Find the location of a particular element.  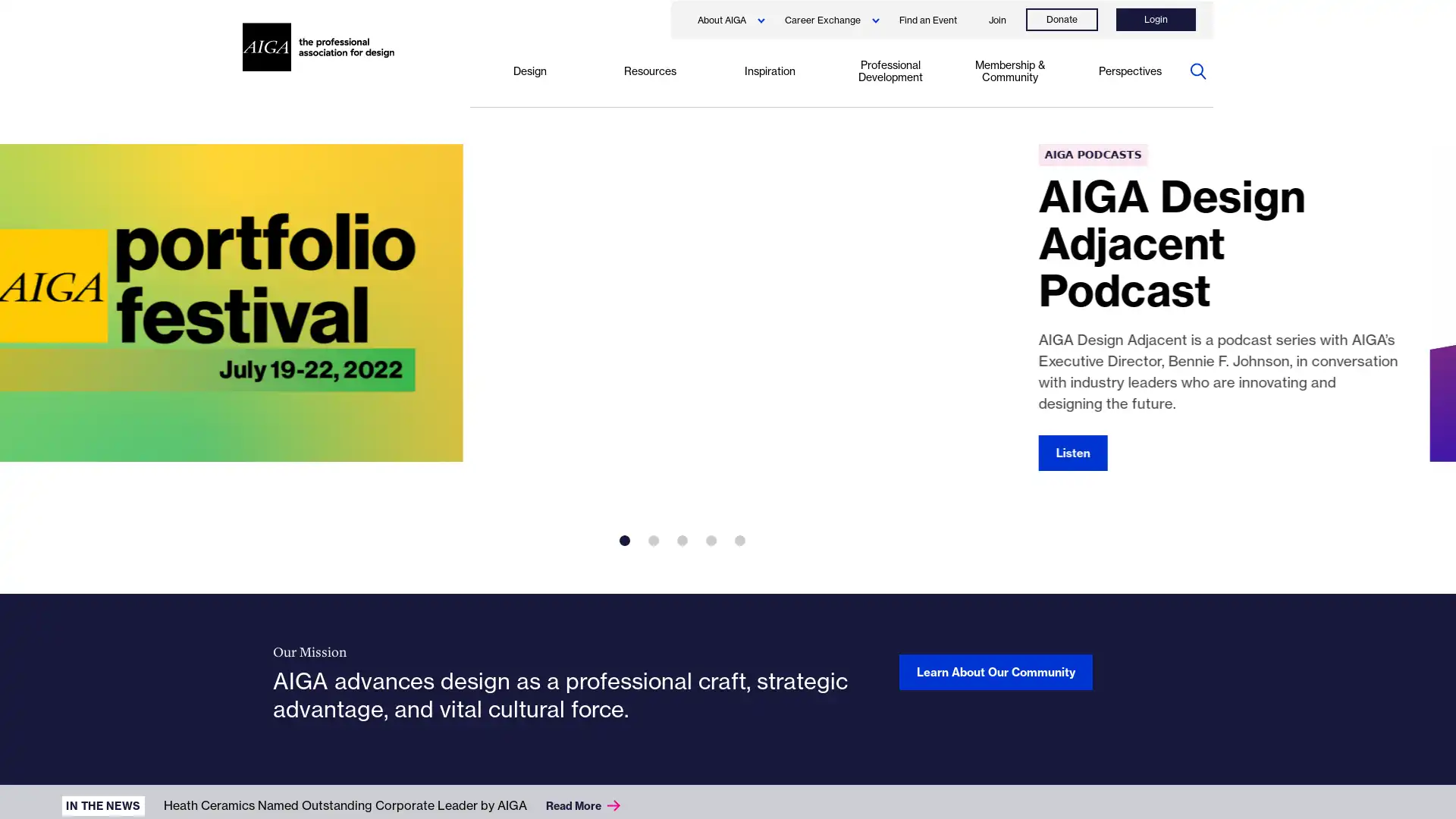

5 of 5 is located at coordinates (739, 540).